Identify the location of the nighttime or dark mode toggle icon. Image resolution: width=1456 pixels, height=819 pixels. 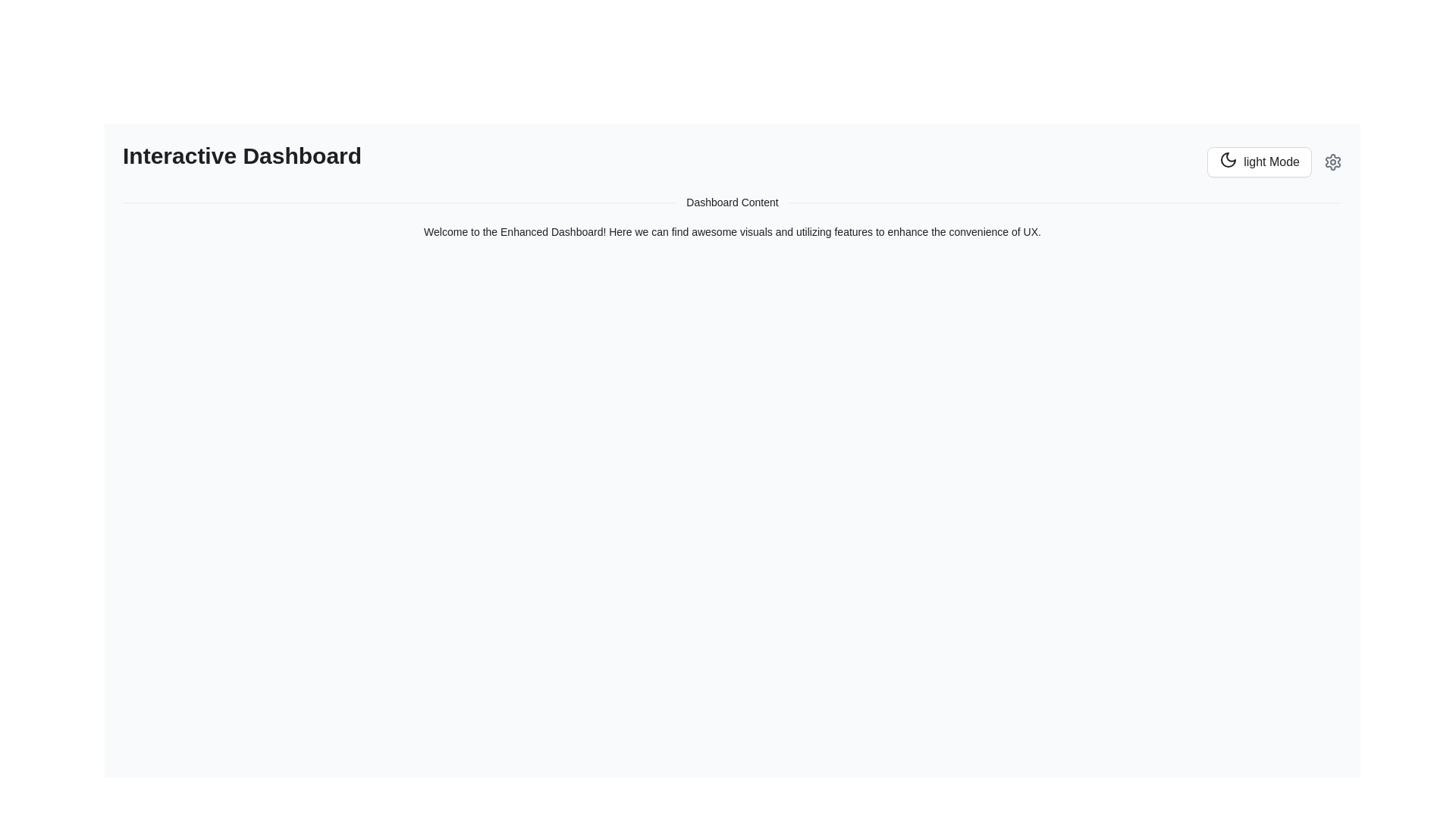
(1228, 160).